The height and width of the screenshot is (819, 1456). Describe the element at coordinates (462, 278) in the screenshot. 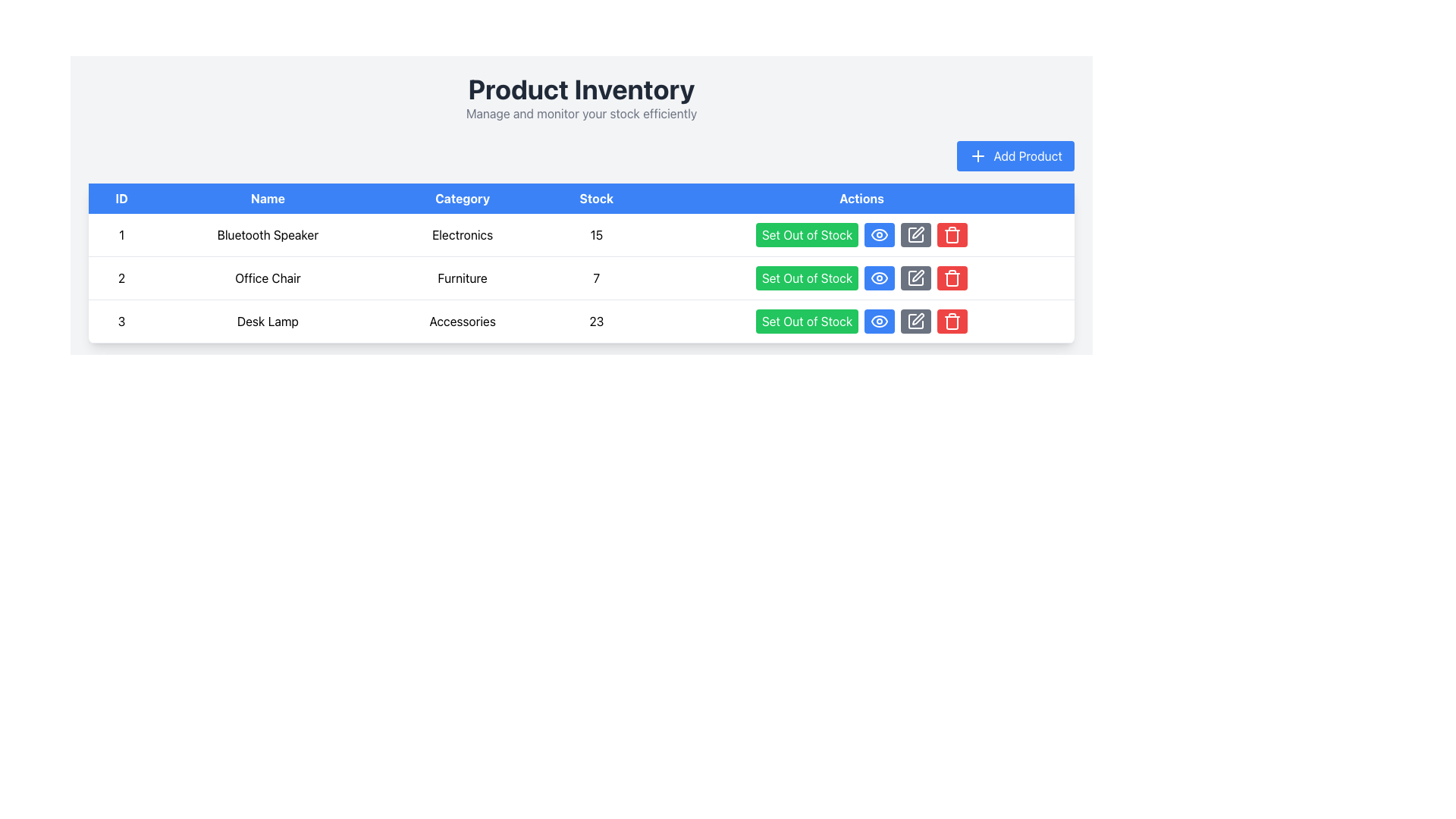

I see `the text indicating the product category located in the second row of the table under the 'Category' column, adjacent to the 'Office Chair' text in the 'Name' column` at that location.